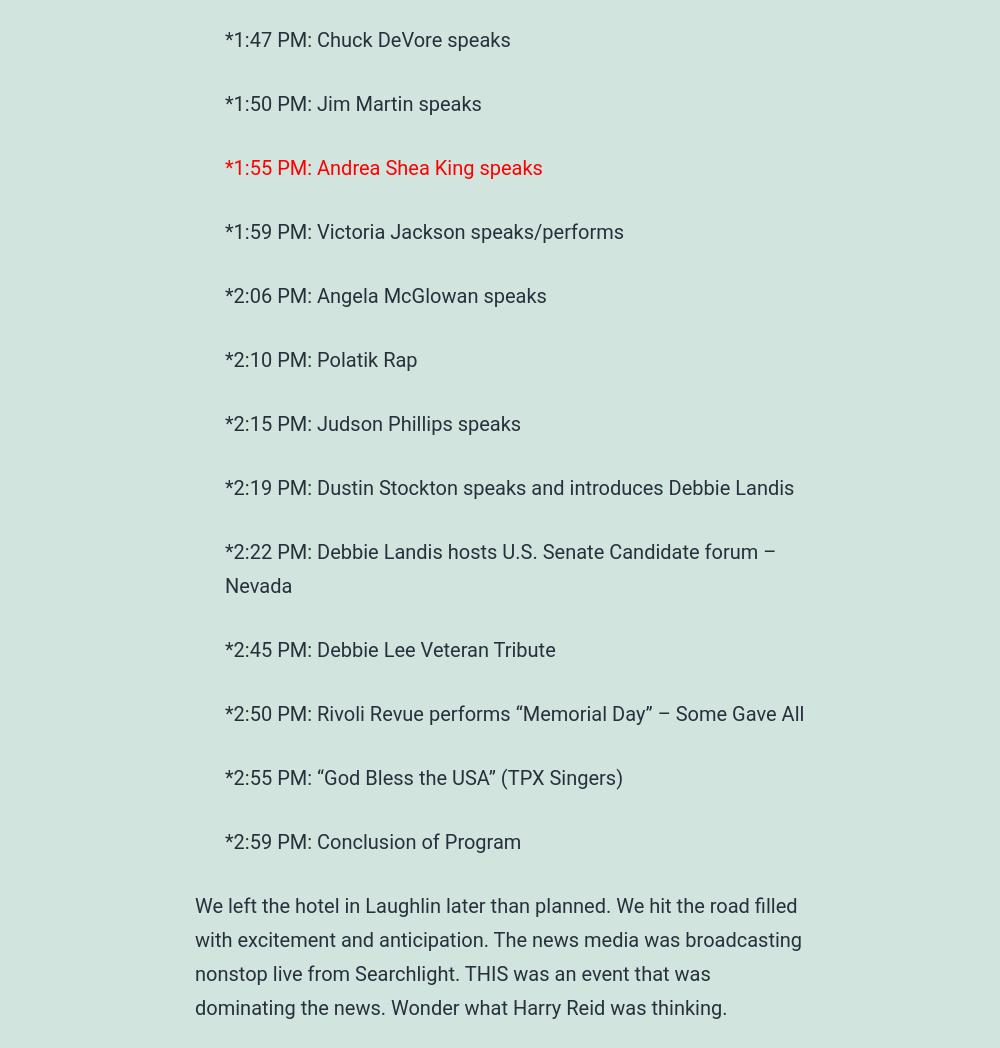  Describe the element at coordinates (224, 167) in the screenshot. I see `'*1:55 PM: Andrea Shea King speaks'` at that location.